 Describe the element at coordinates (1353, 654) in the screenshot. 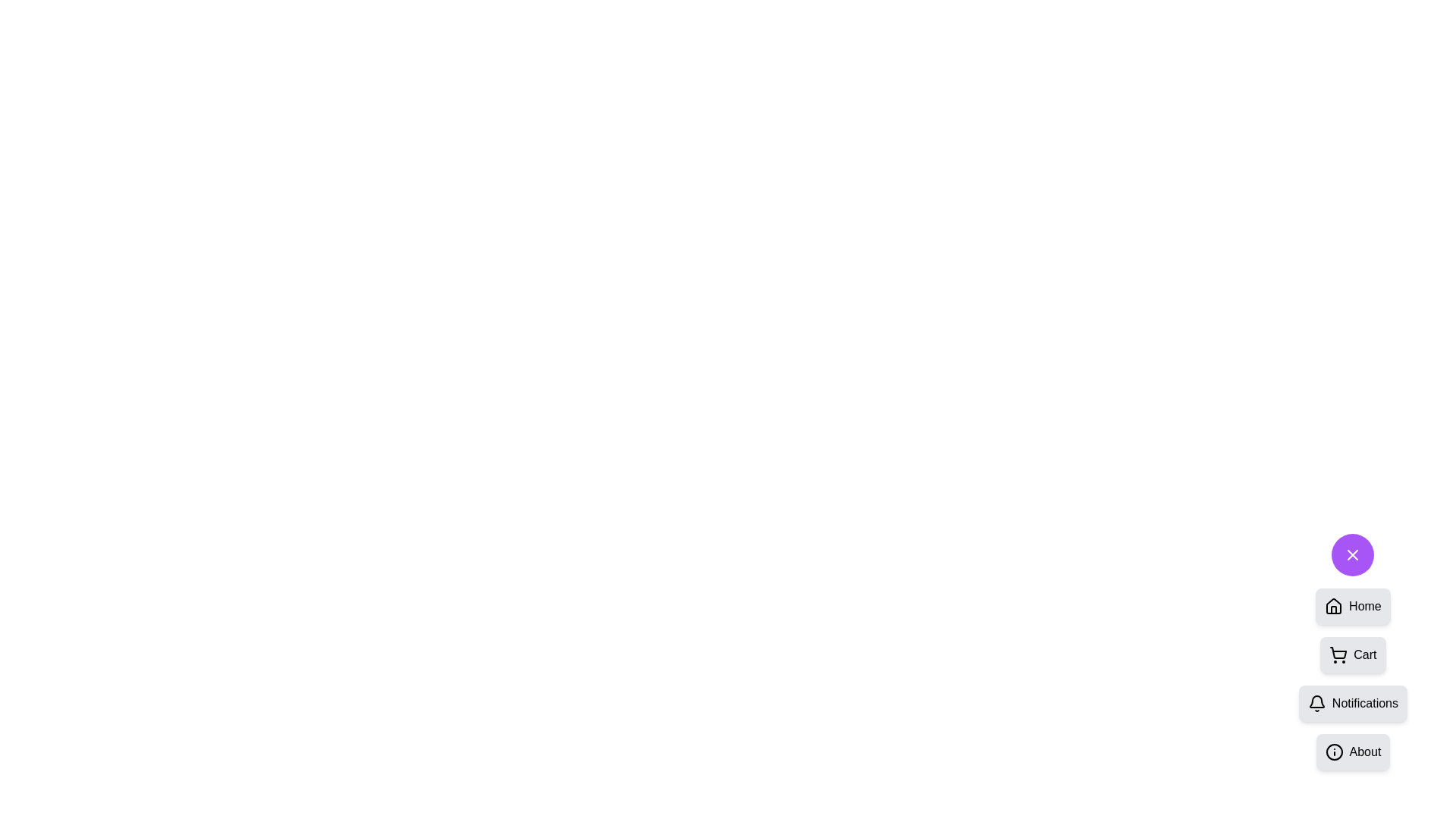

I see `the option Cart from the SpeedDial menu` at that location.